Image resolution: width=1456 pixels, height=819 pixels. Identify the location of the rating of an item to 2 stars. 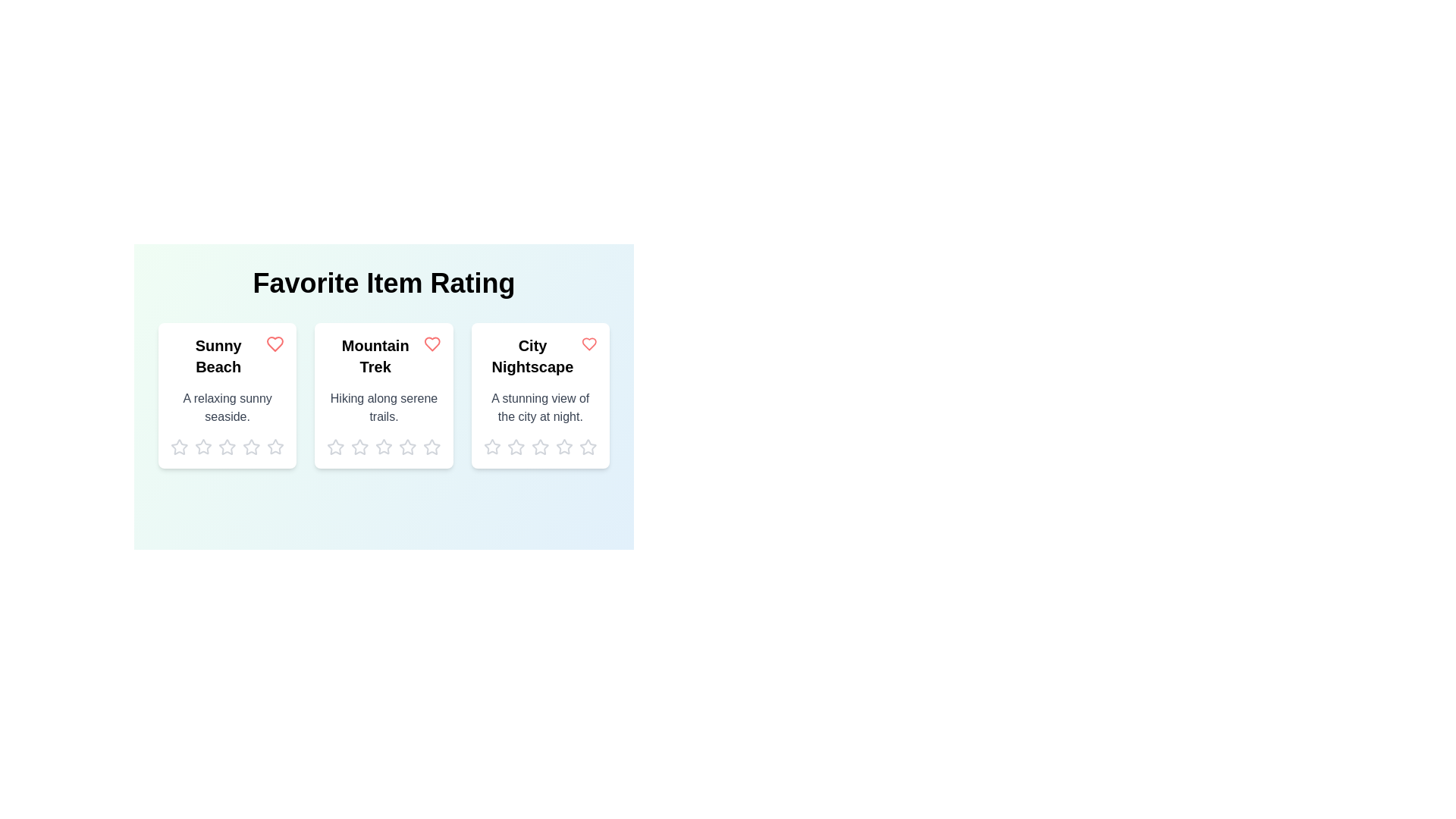
(202, 447).